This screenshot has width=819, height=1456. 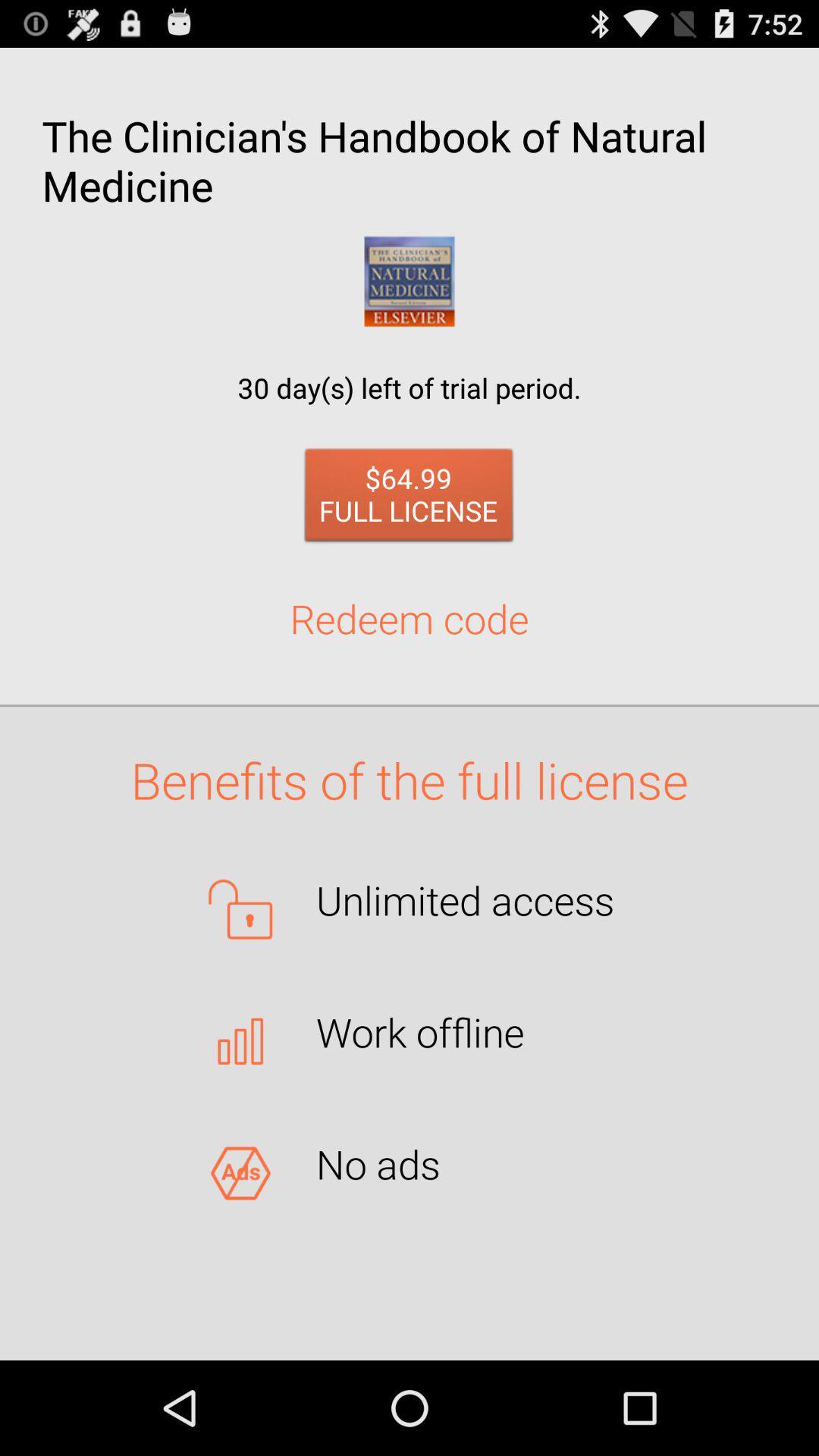 What do you see at coordinates (409, 618) in the screenshot?
I see `the button below the 64 99 full item` at bounding box center [409, 618].